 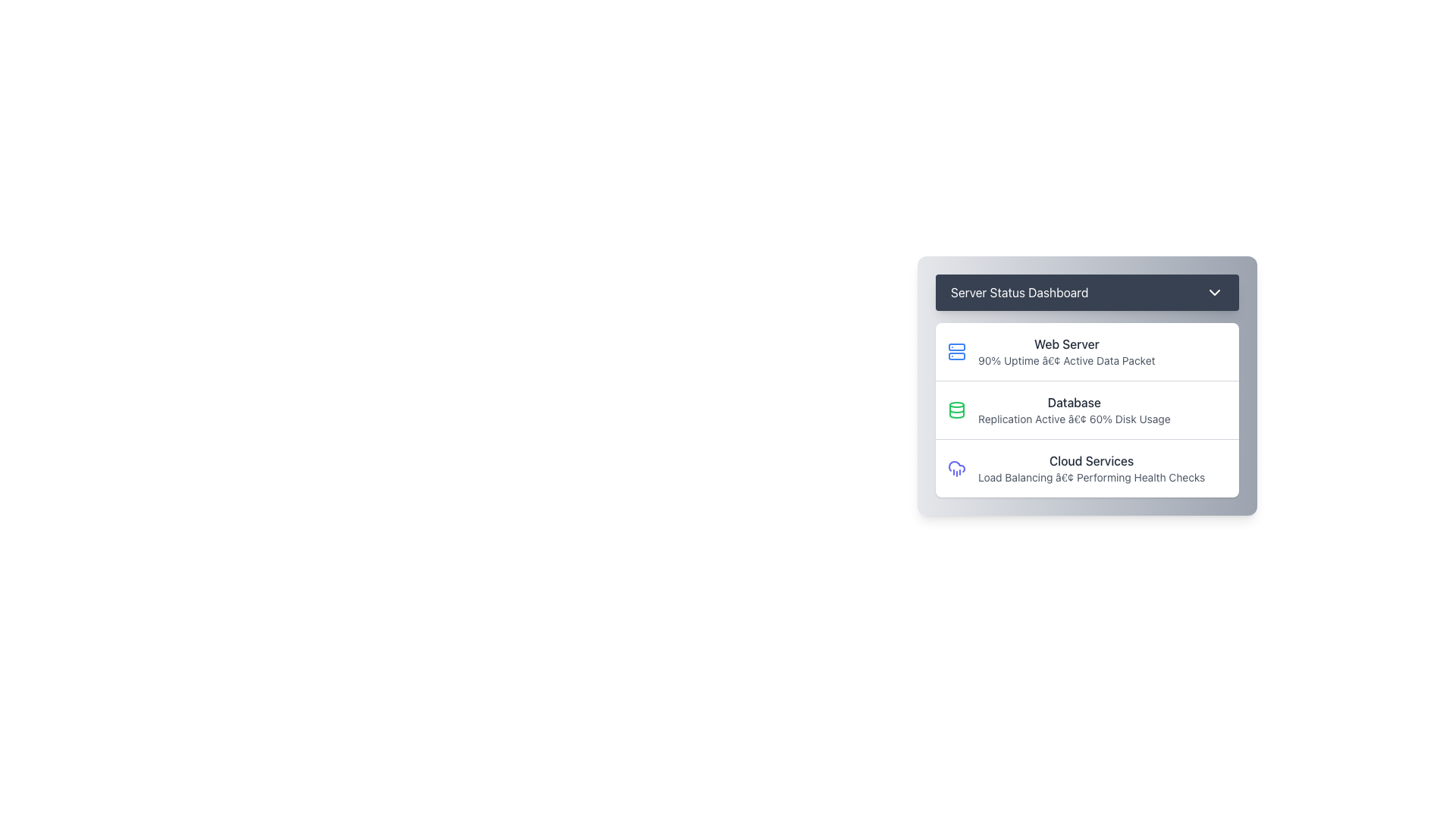 I want to click on the third informational card, so click(x=1087, y=467).